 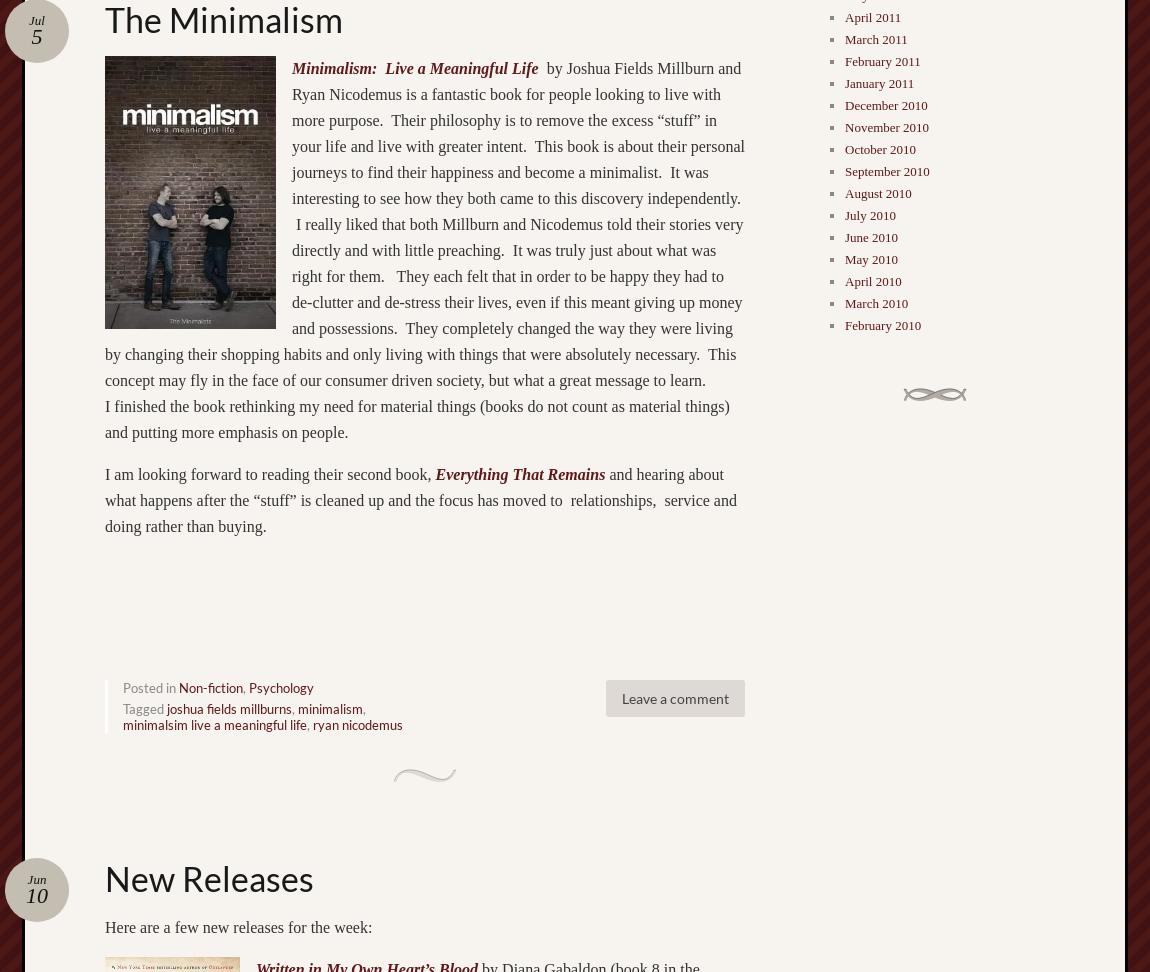 What do you see at coordinates (882, 324) in the screenshot?
I see `'February 2010'` at bounding box center [882, 324].